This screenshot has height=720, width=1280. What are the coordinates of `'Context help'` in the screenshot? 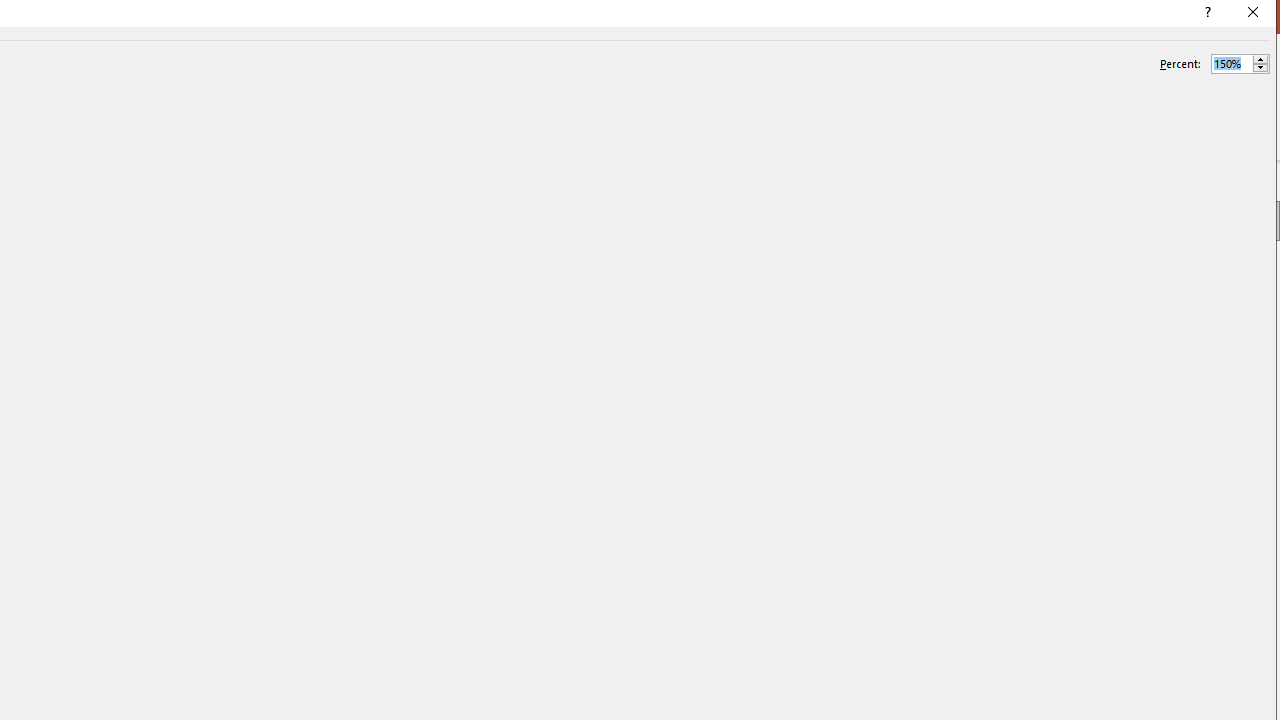 It's located at (1205, 15).